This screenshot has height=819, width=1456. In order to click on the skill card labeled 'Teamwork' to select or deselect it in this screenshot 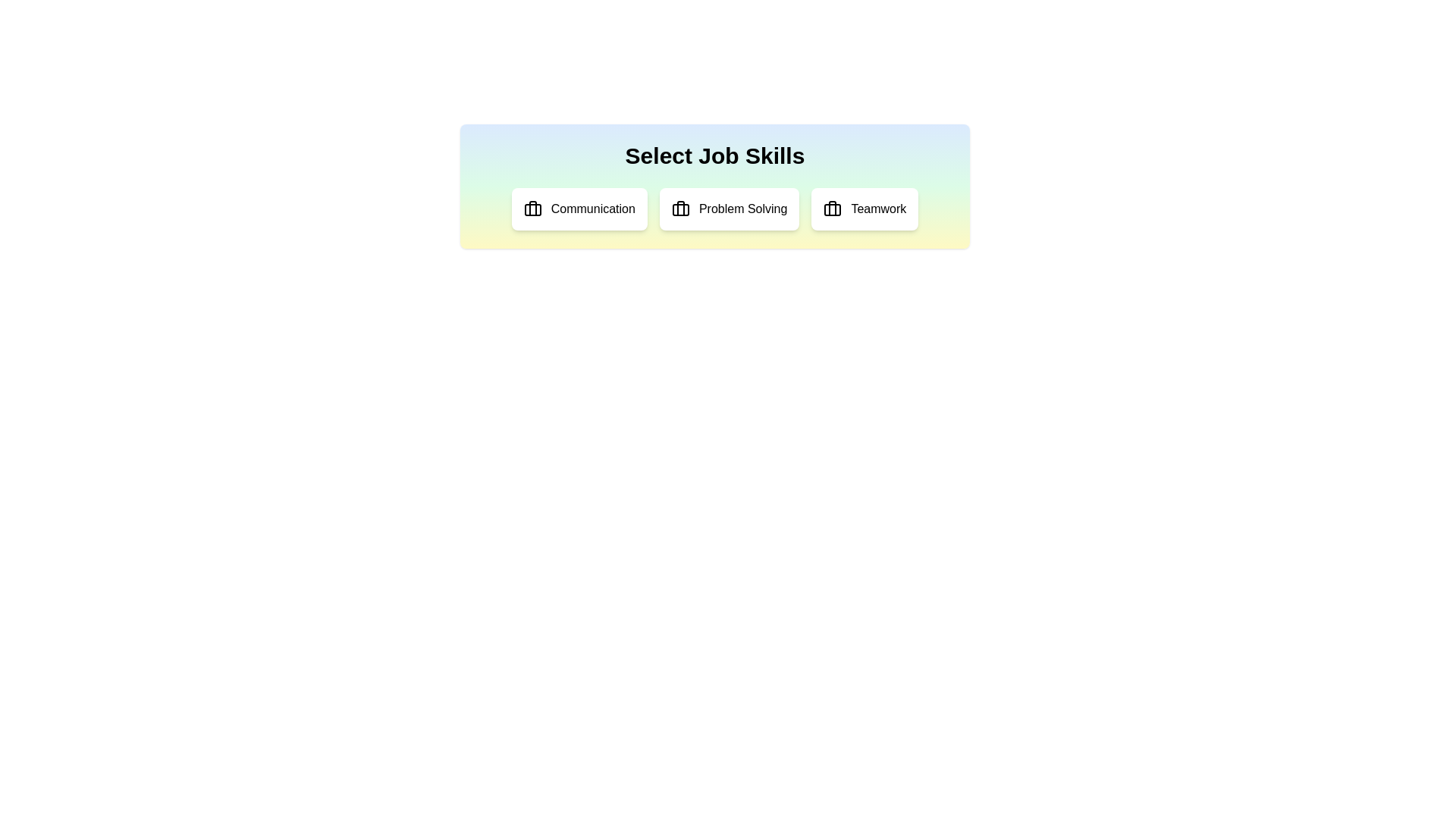, I will do `click(864, 209)`.